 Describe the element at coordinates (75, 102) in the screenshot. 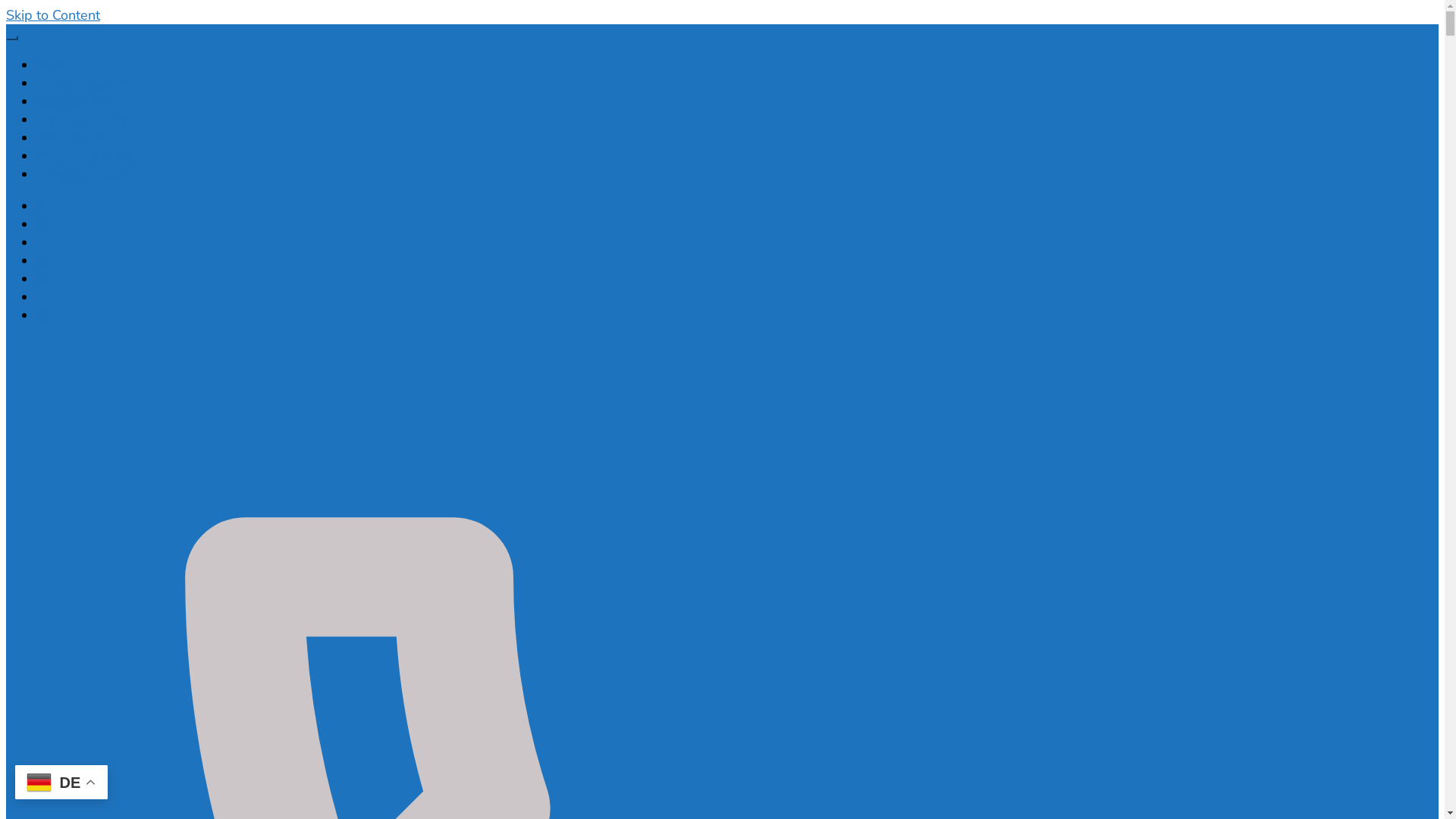

I see `'Notfalltermin'` at that location.